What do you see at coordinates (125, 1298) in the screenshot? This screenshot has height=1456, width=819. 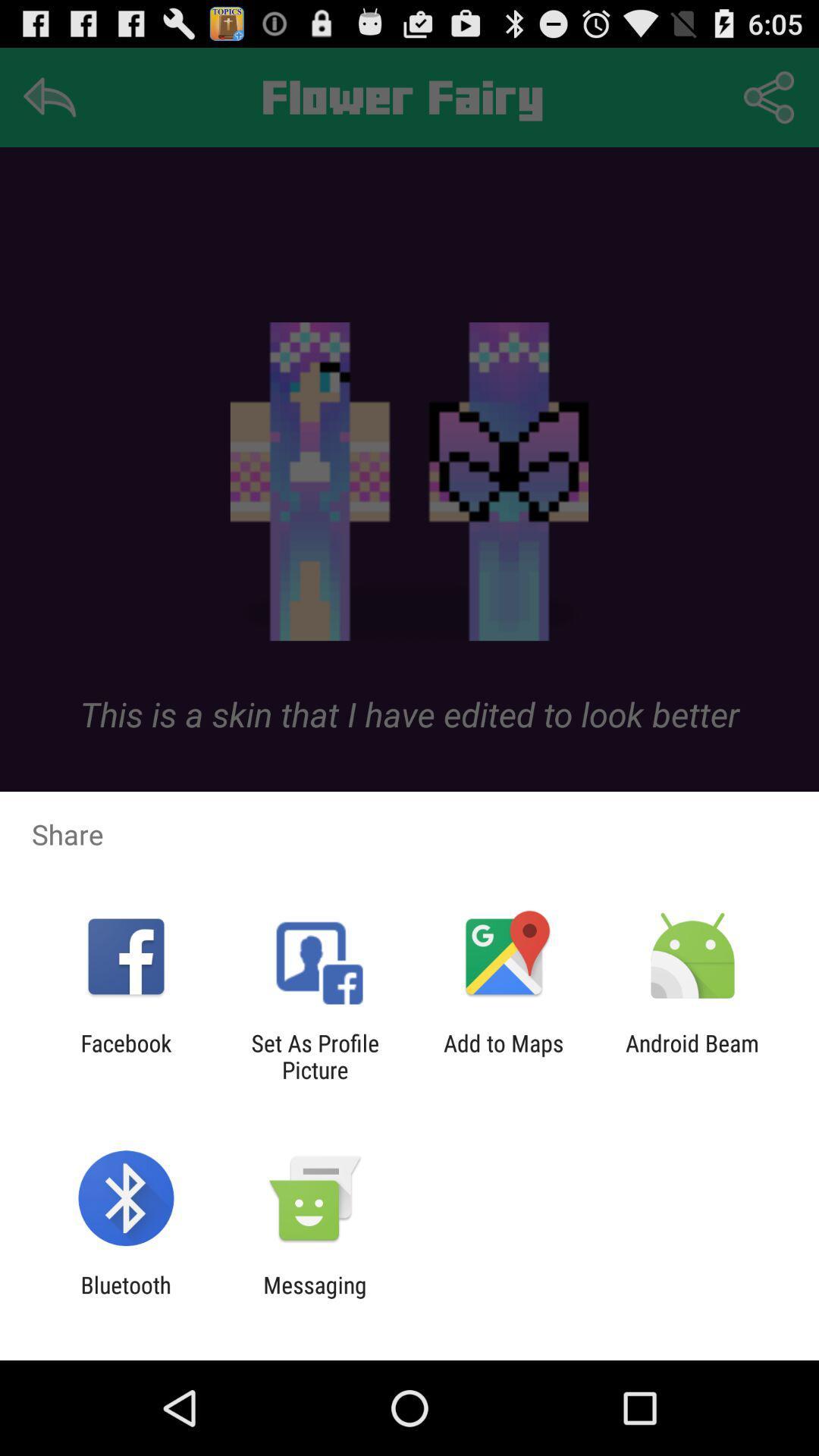 I see `the app next to the messaging app` at bounding box center [125, 1298].